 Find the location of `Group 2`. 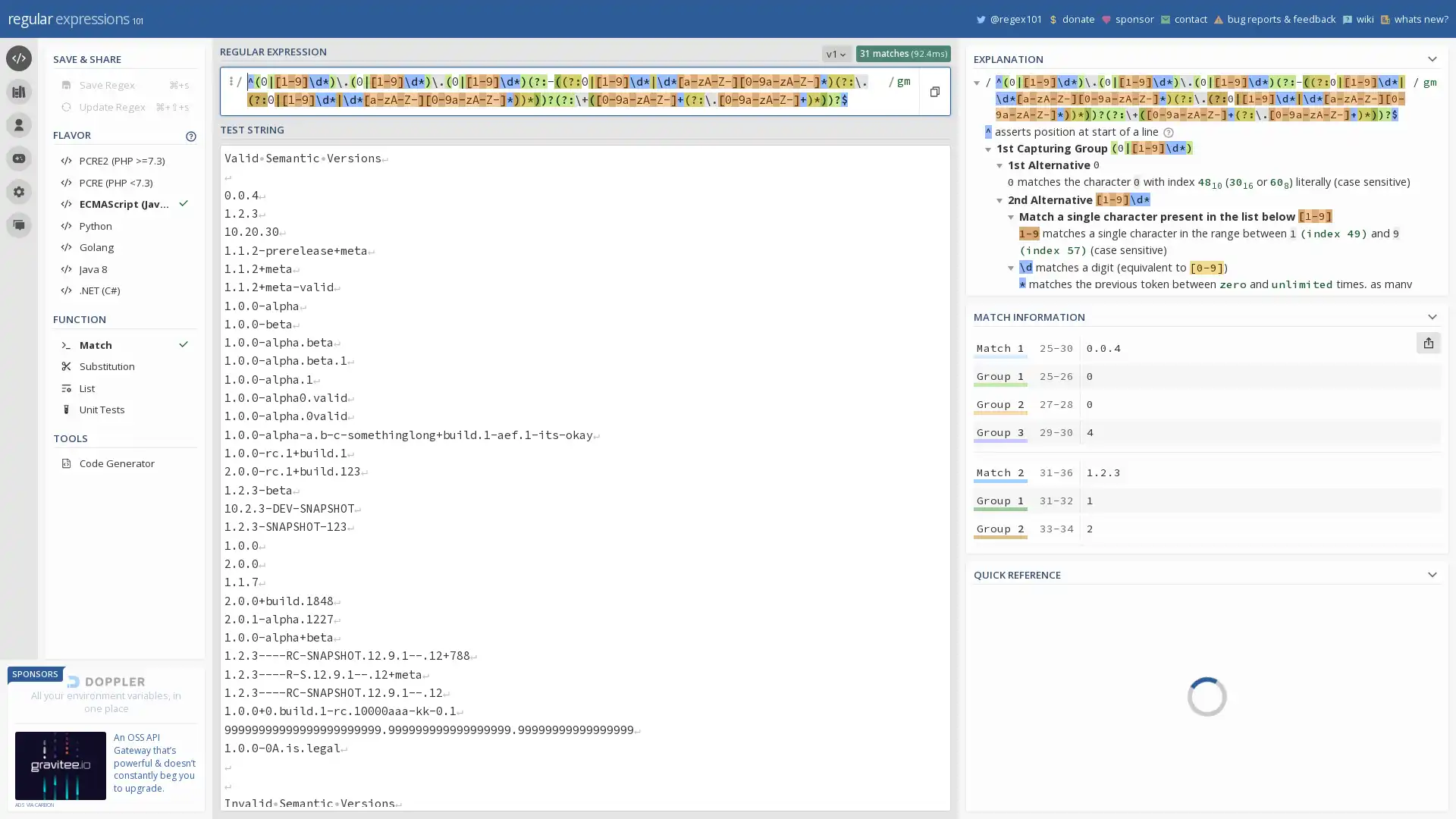

Group 2 is located at coordinates (1000, 403).